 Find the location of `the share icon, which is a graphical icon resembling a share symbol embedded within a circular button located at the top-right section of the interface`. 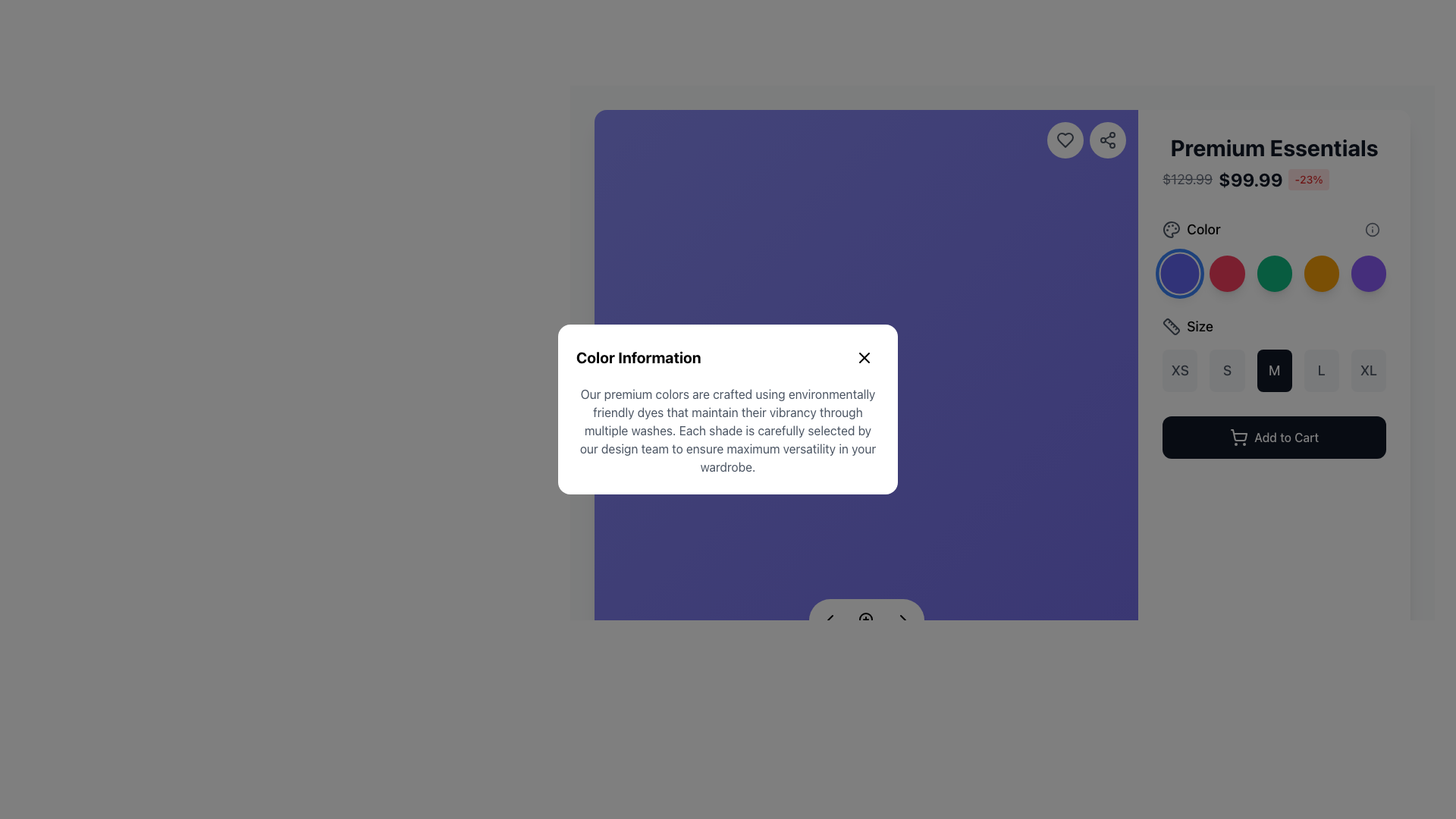

the share icon, which is a graphical icon resembling a share symbol embedded within a circular button located at the top-right section of the interface is located at coordinates (1108, 140).